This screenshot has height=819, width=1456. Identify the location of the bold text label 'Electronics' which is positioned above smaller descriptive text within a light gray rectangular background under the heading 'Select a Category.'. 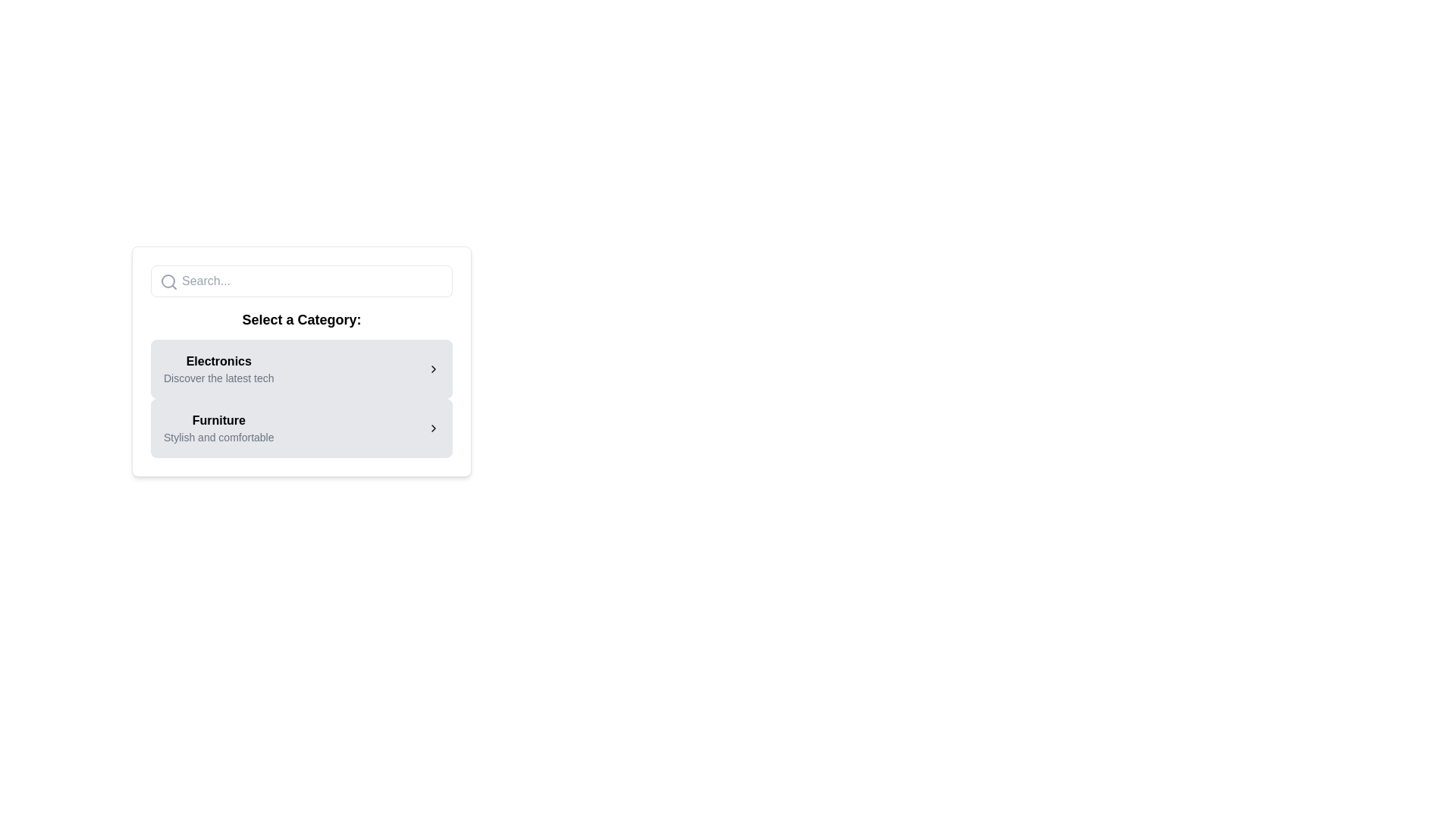
(218, 362).